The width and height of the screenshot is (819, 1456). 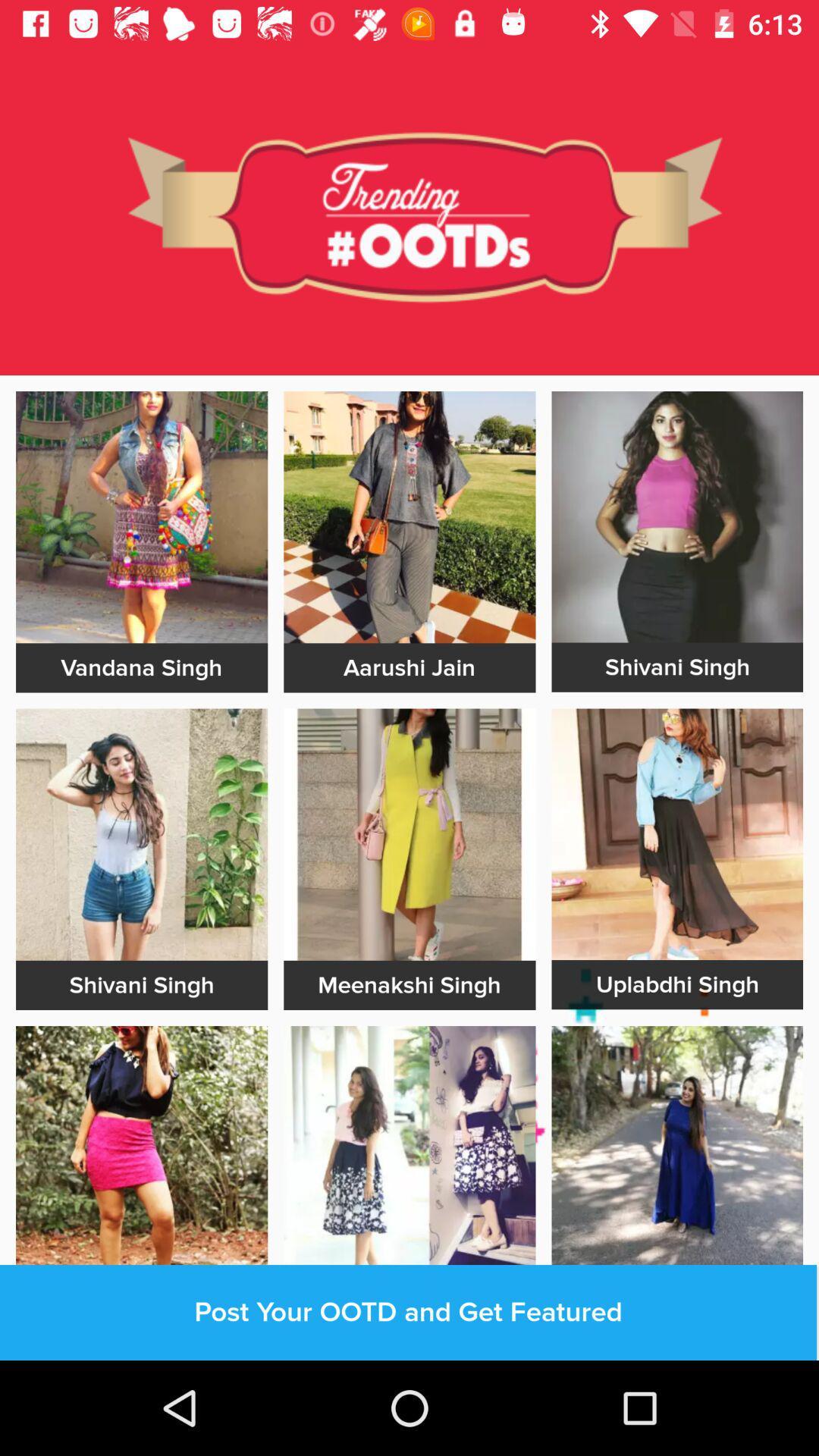 What do you see at coordinates (676, 833) in the screenshot?
I see `the personality` at bounding box center [676, 833].